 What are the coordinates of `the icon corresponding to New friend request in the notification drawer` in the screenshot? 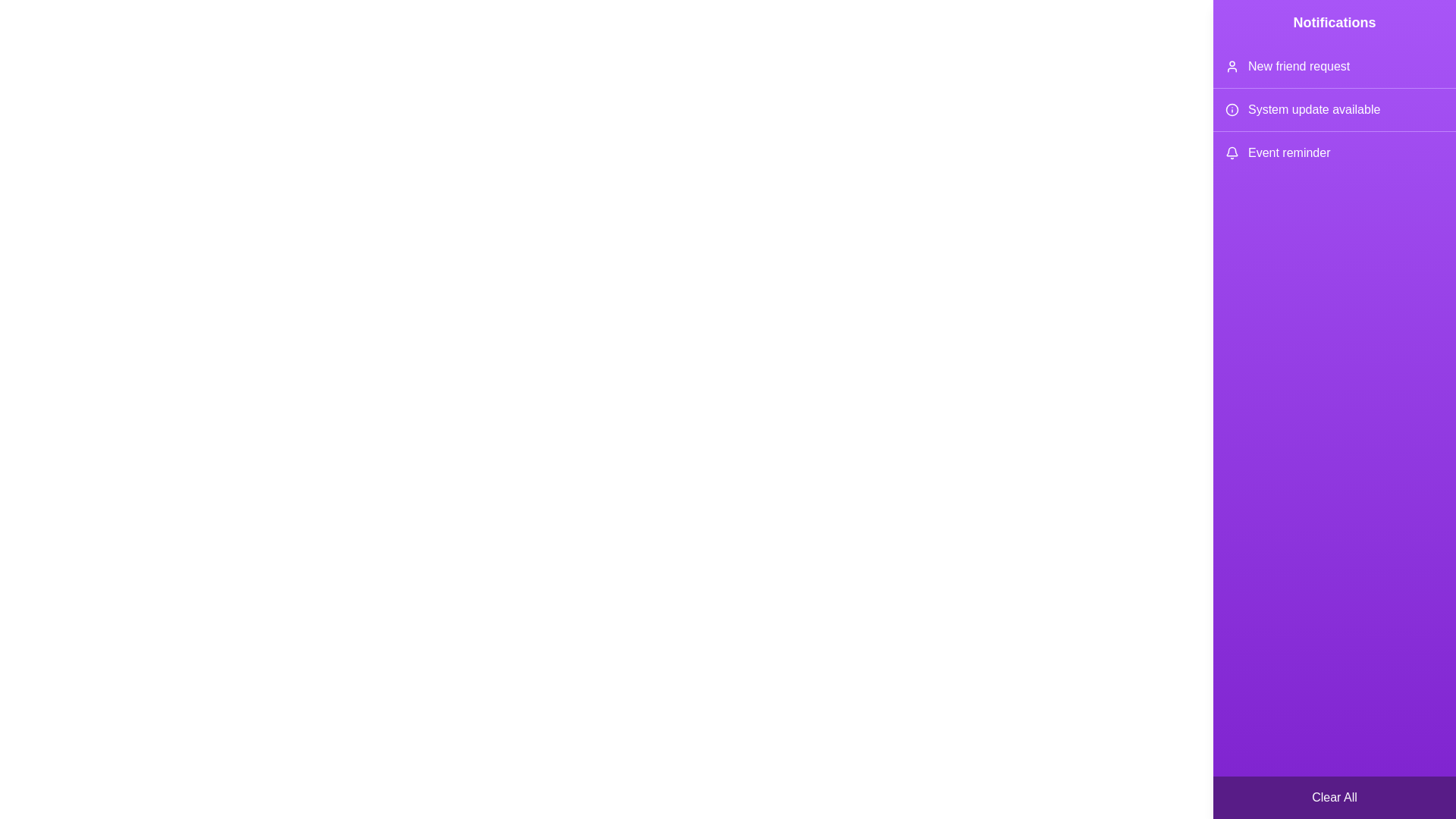 It's located at (1232, 66).